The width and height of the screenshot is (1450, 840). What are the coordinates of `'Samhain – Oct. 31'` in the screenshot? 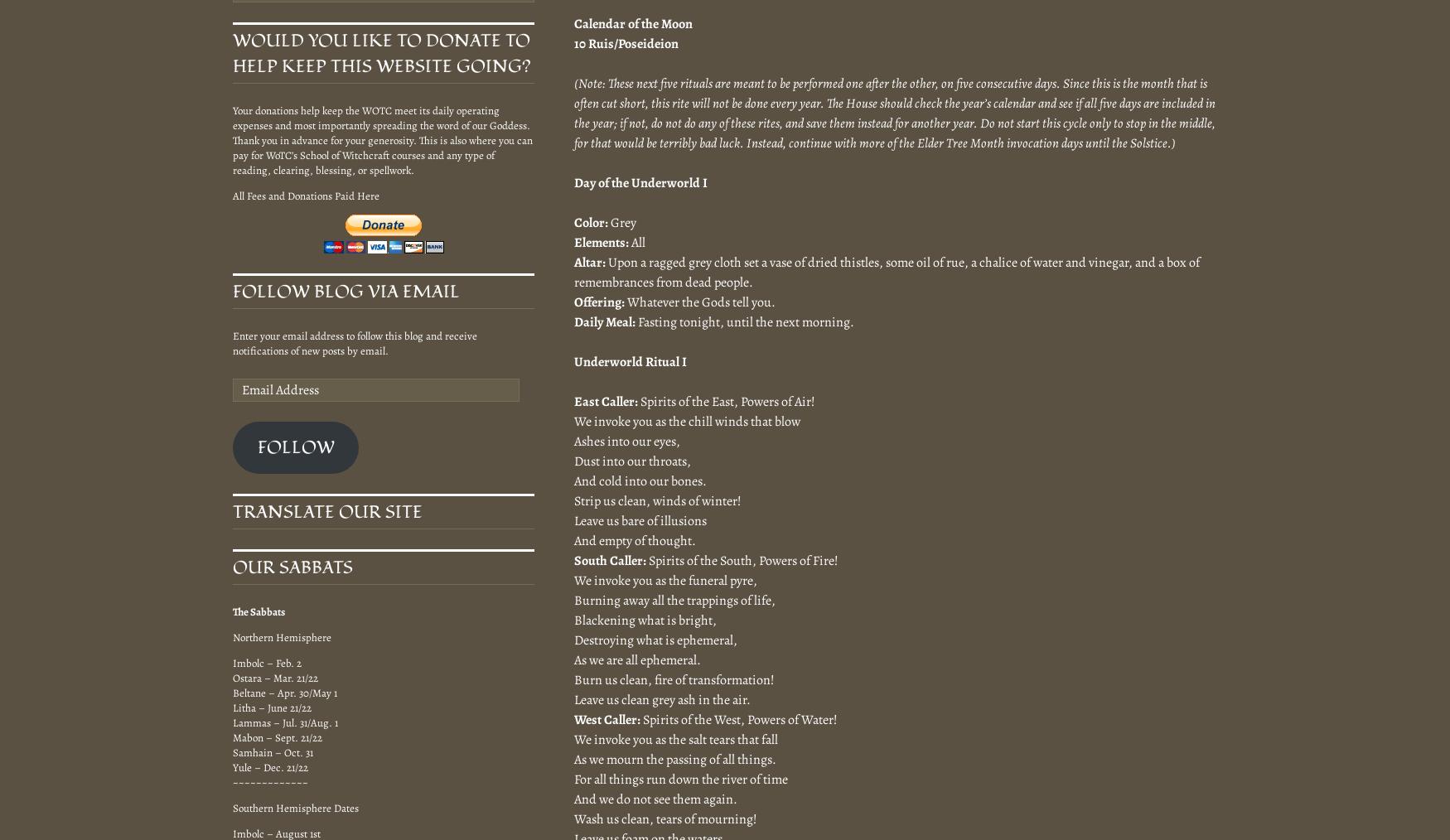 It's located at (232, 751).